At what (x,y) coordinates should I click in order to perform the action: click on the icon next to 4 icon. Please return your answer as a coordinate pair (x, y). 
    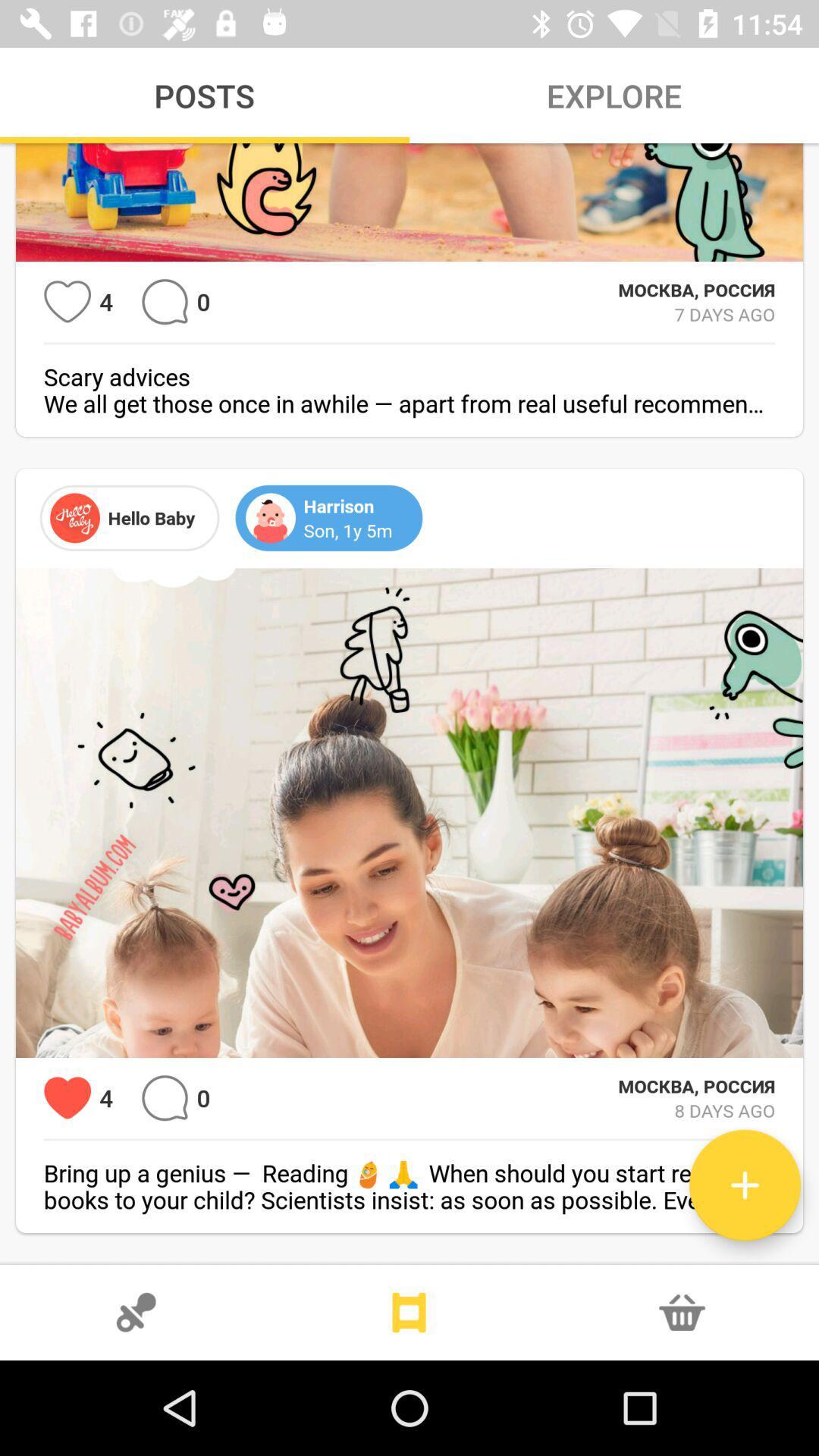
    Looking at the image, I should click on (67, 302).